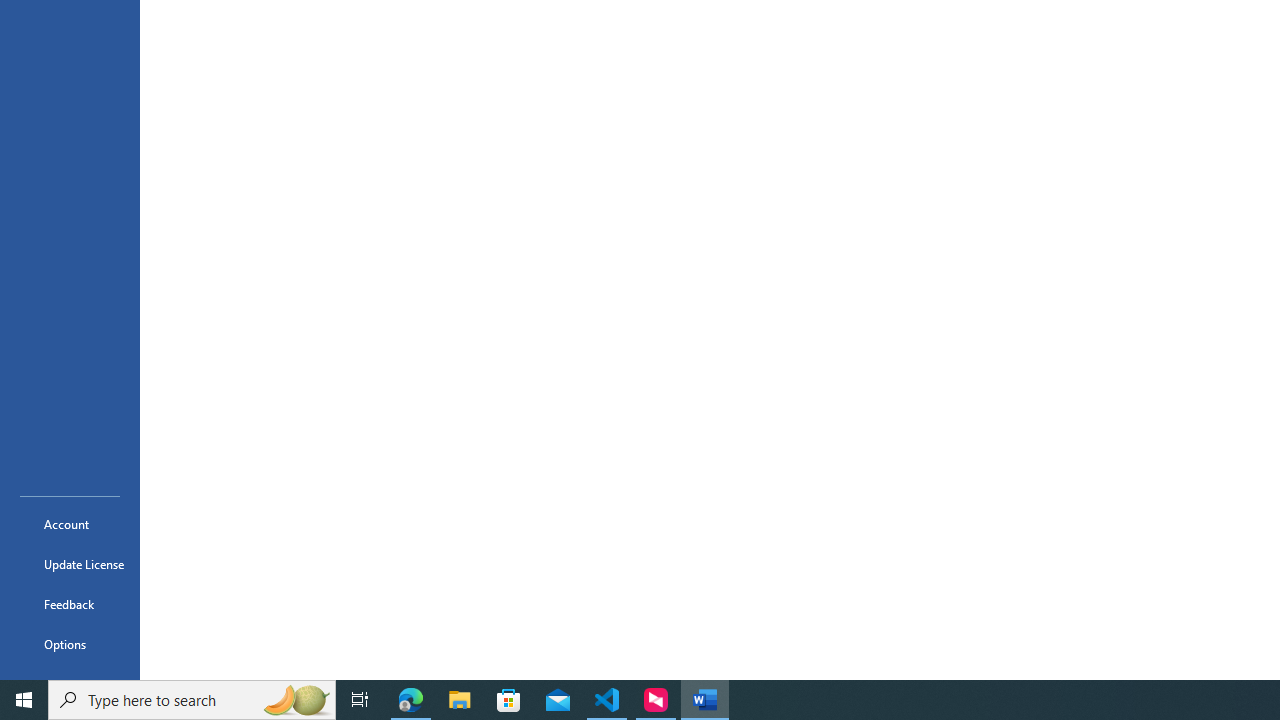 Image resolution: width=1280 pixels, height=720 pixels. Describe the element at coordinates (69, 523) in the screenshot. I see `'Account'` at that location.